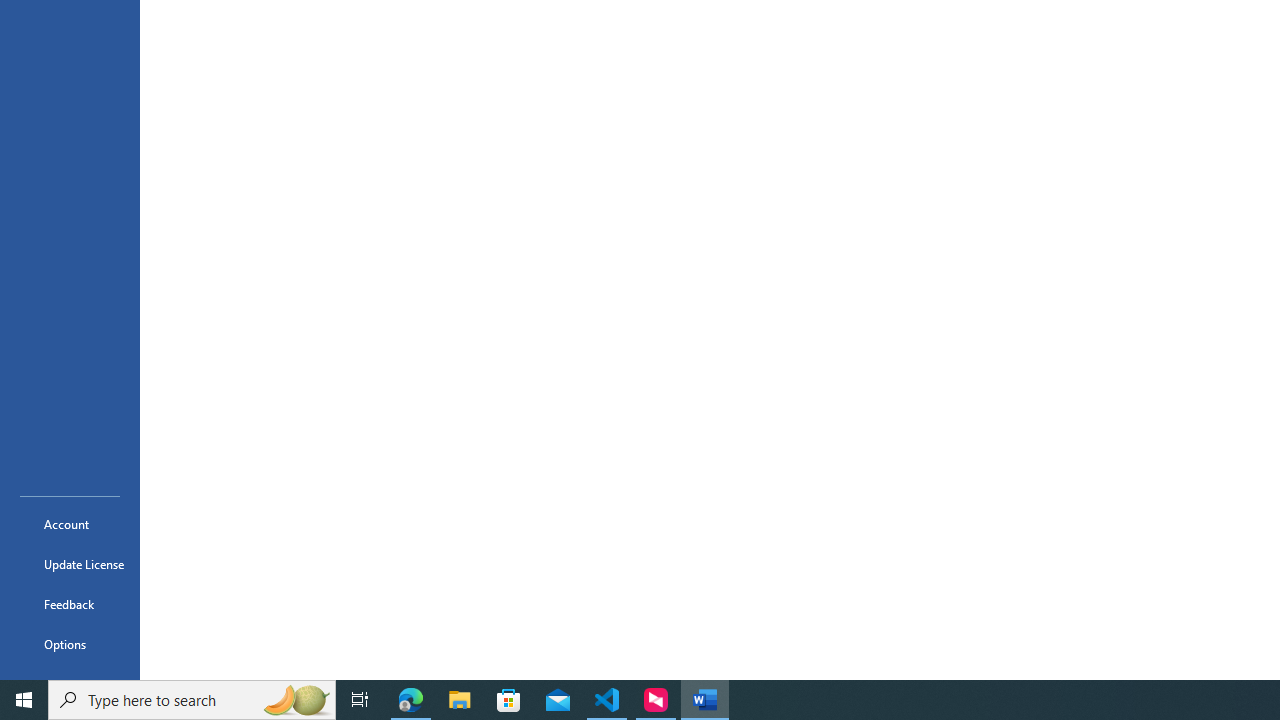 Image resolution: width=1280 pixels, height=720 pixels. Describe the element at coordinates (69, 523) in the screenshot. I see `'Account'` at that location.